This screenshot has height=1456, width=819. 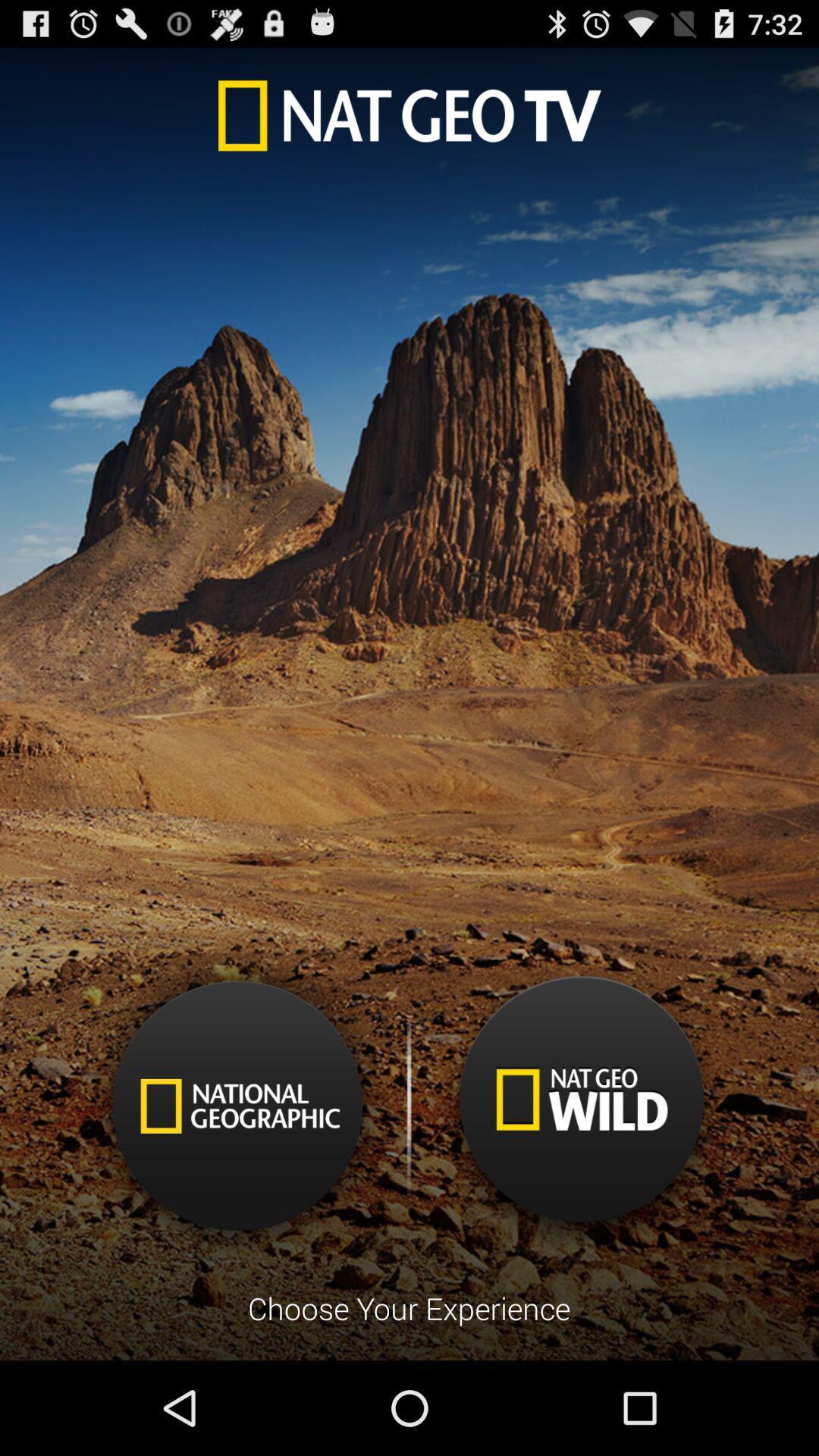 I want to click on this button is used to choose a national geographic channel, so click(x=237, y=1106).